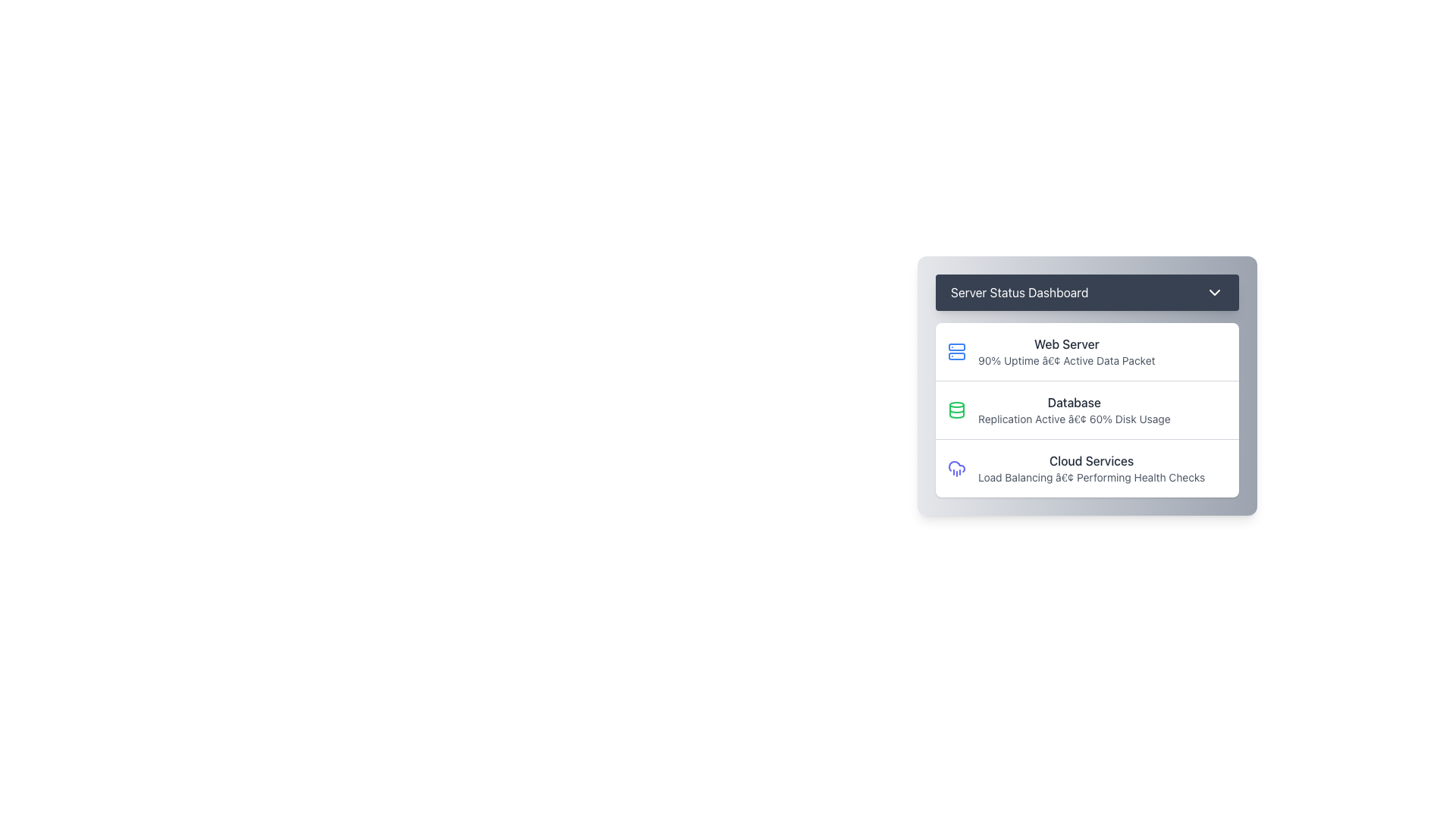 This screenshot has height=819, width=1456. Describe the element at coordinates (956, 347) in the screenshot. I see `the topmost rectangle icon with a soft blue outline that is part of a vertical stack, located next to the 'Web Server' label` at that location.